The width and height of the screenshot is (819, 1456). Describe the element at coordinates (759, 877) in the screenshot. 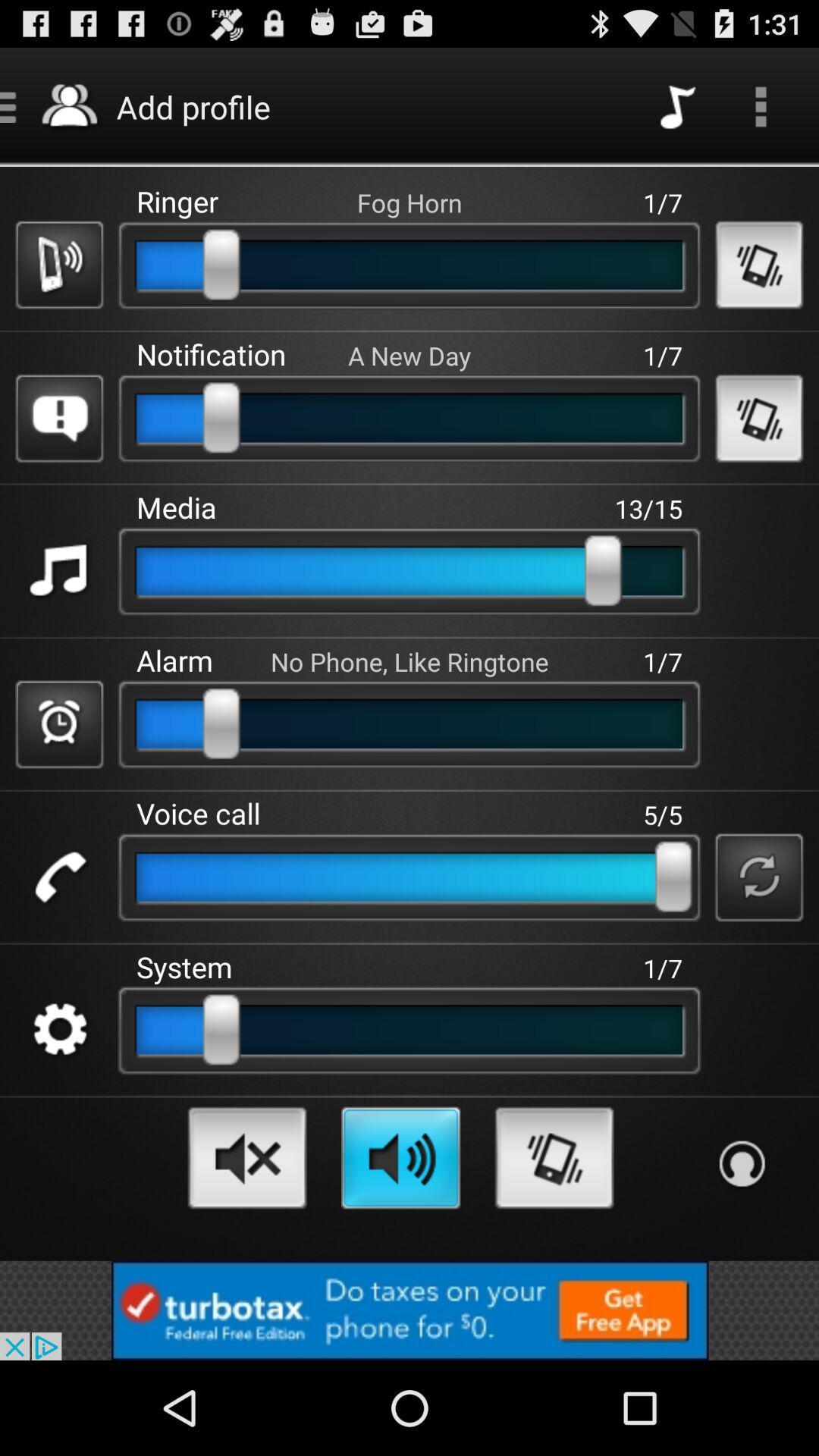

I see `the symbol which is to the right of slide bar in the voice call` at that location.